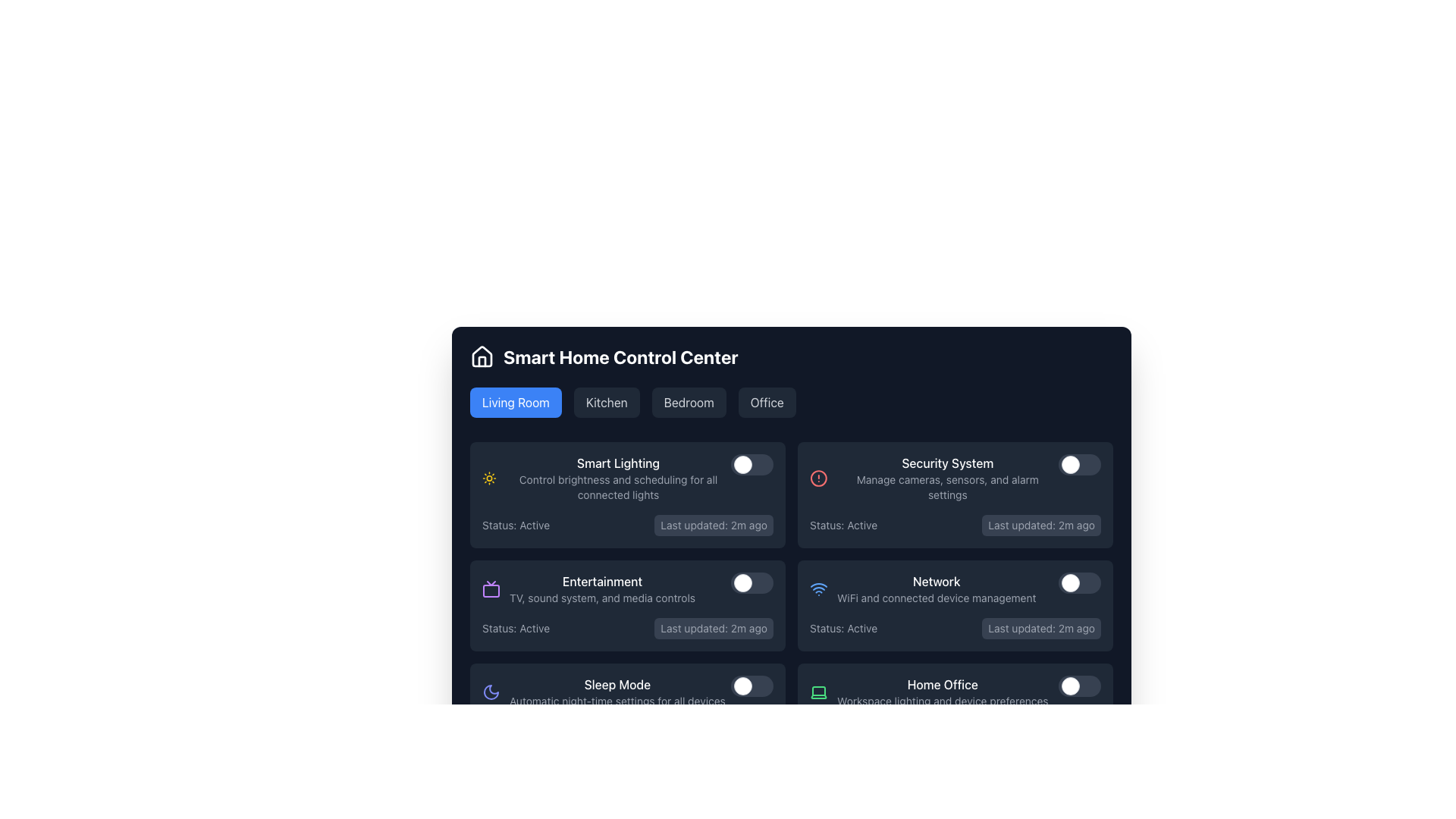 The image size is (1456, 819). I want to click on section header labeled 'Home Office' which includes the subtitle 'Workspace lighting and device preferences'. This section is styled with a dark background and contains a laptop icon on the left and a toggle switch on the right, so click(954, 692).